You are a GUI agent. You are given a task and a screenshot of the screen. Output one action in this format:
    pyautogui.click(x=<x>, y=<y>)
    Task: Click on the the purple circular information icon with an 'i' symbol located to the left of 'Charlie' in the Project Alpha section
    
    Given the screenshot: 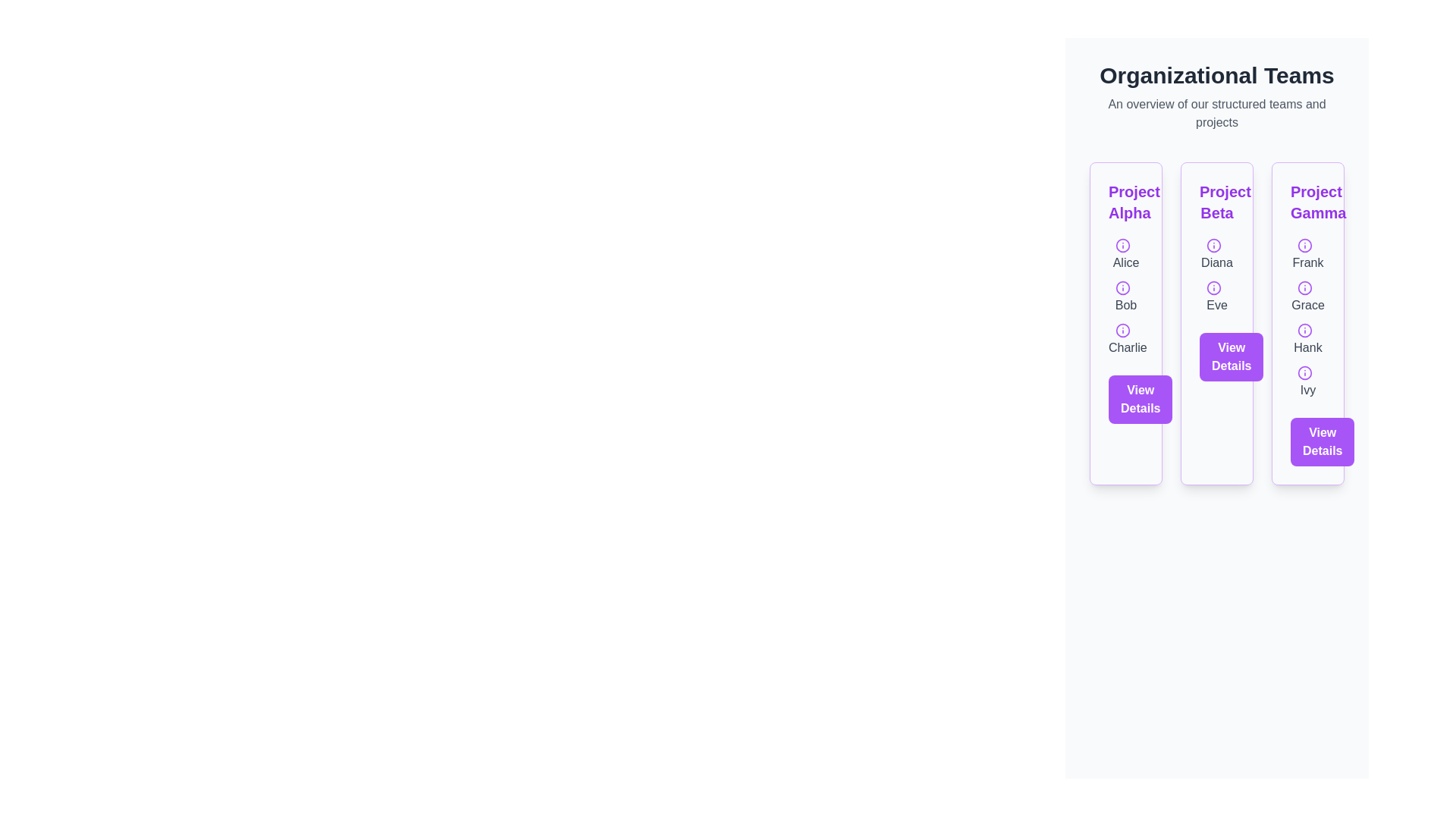 What is the action you would take?
    pyautogui.click(x=1123, y=329)
    